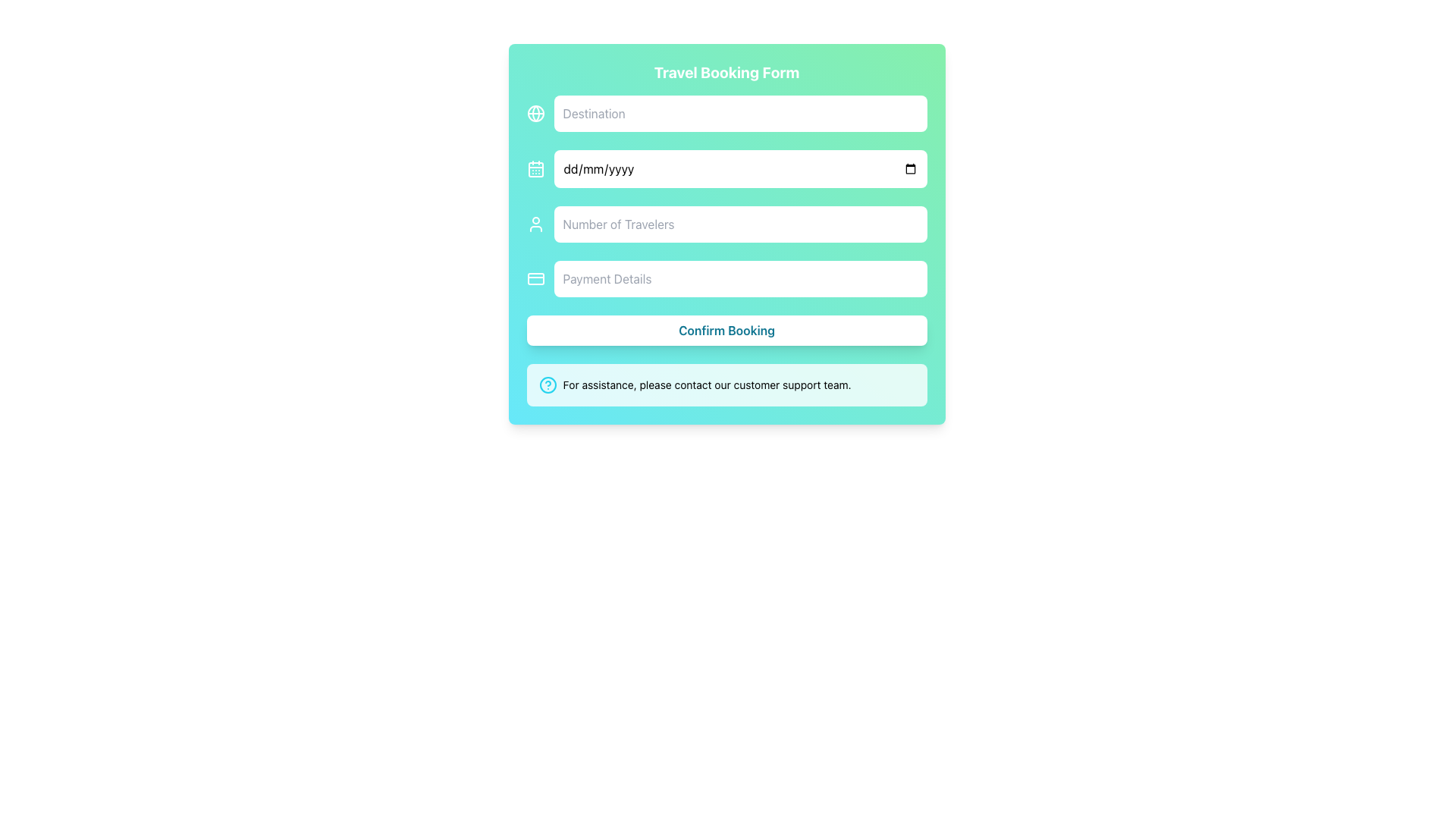 Image resolution: width=1456 pixels, height=819 pixels. What do you see at coordinates (726, 278) in the screenshot?
I see `the fourth input field for payment details, positioned above the 'Confirm Booking' button` at bounding box center [726, 278].